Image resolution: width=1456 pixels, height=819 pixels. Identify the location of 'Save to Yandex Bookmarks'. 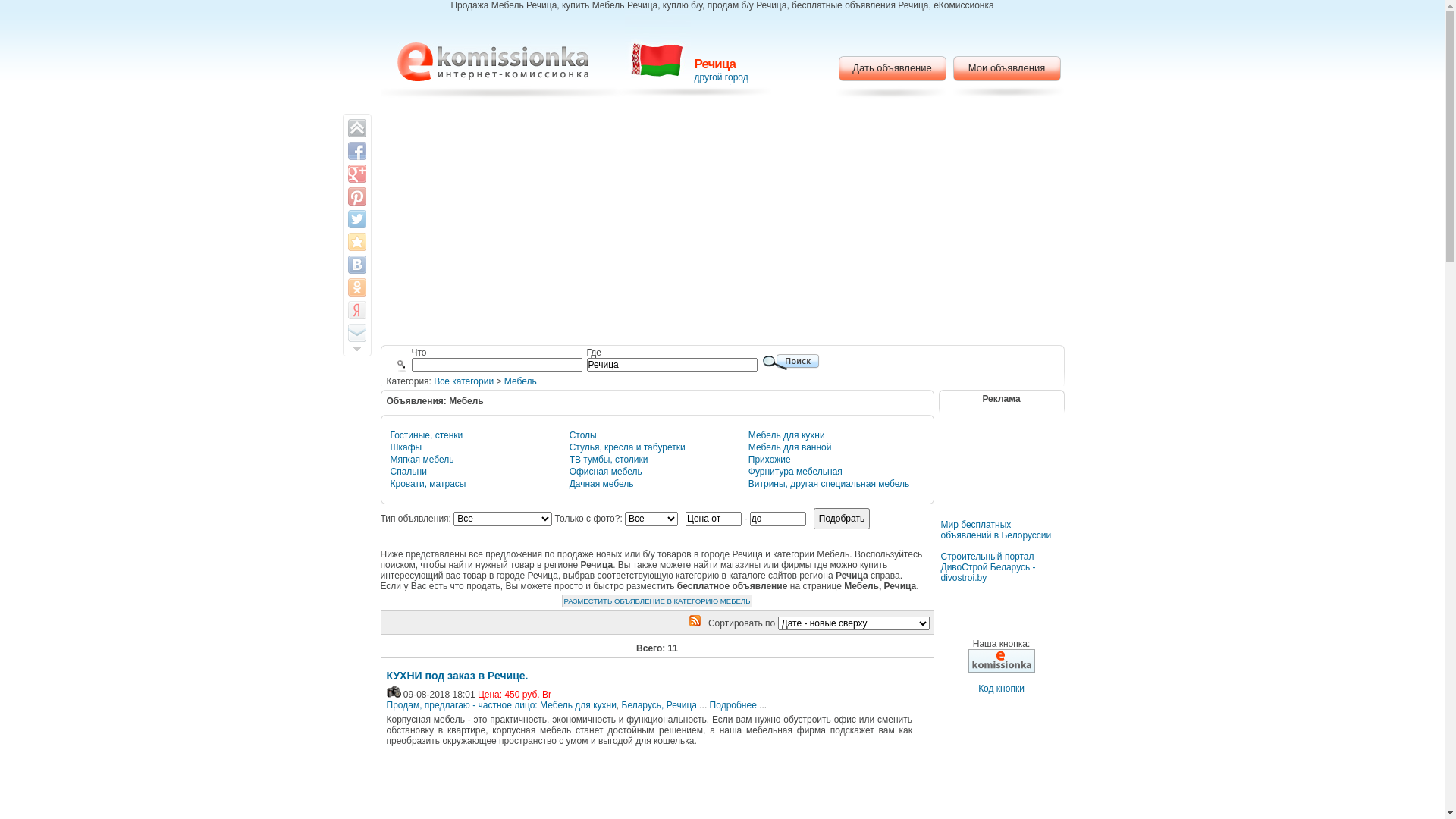
(356, 309).